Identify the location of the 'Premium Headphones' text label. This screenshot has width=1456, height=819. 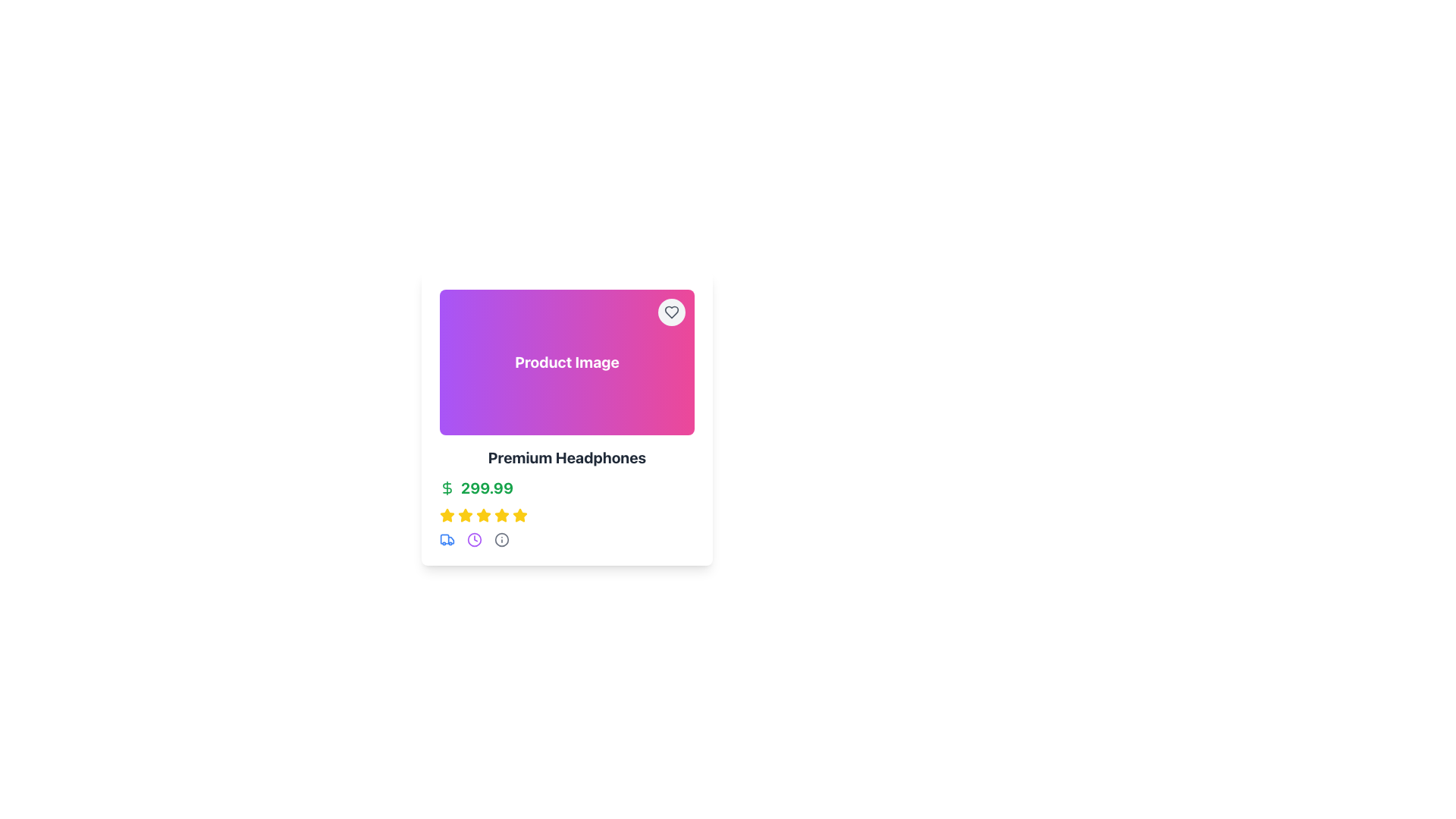
(566, 457).